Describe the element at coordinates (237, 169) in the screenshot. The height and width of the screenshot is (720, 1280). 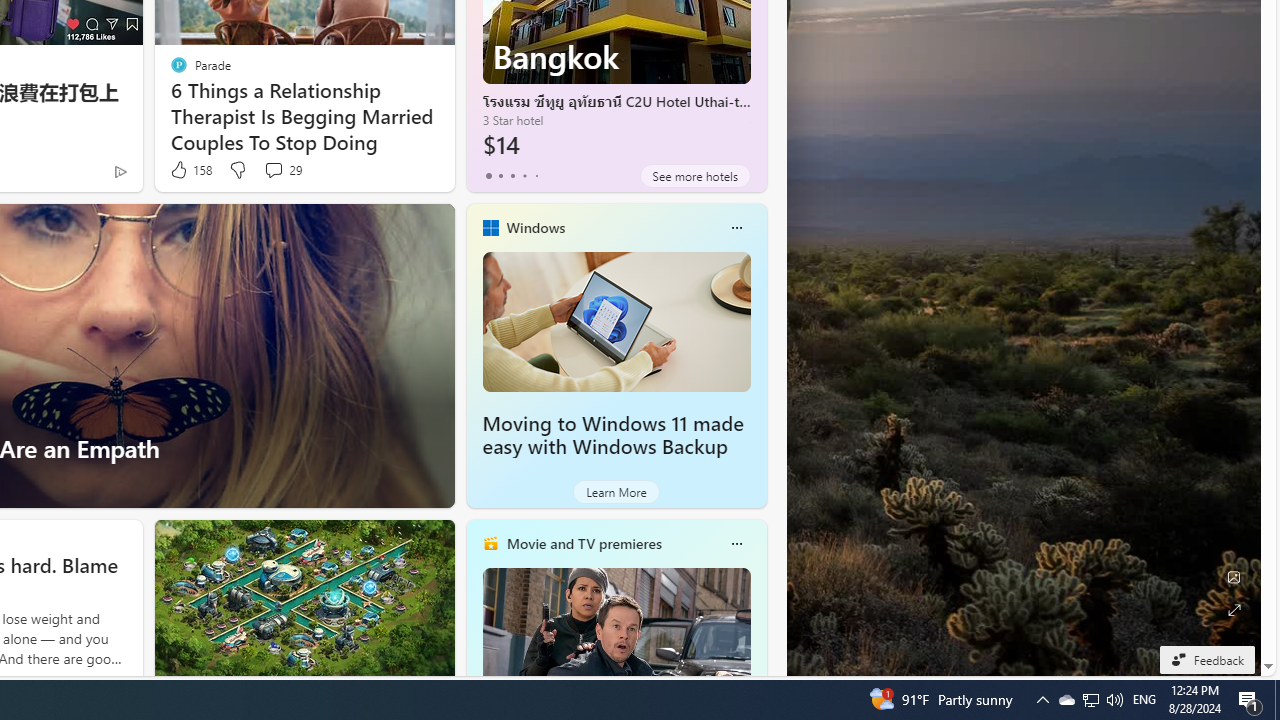
I see `'Dislike'` at that location.